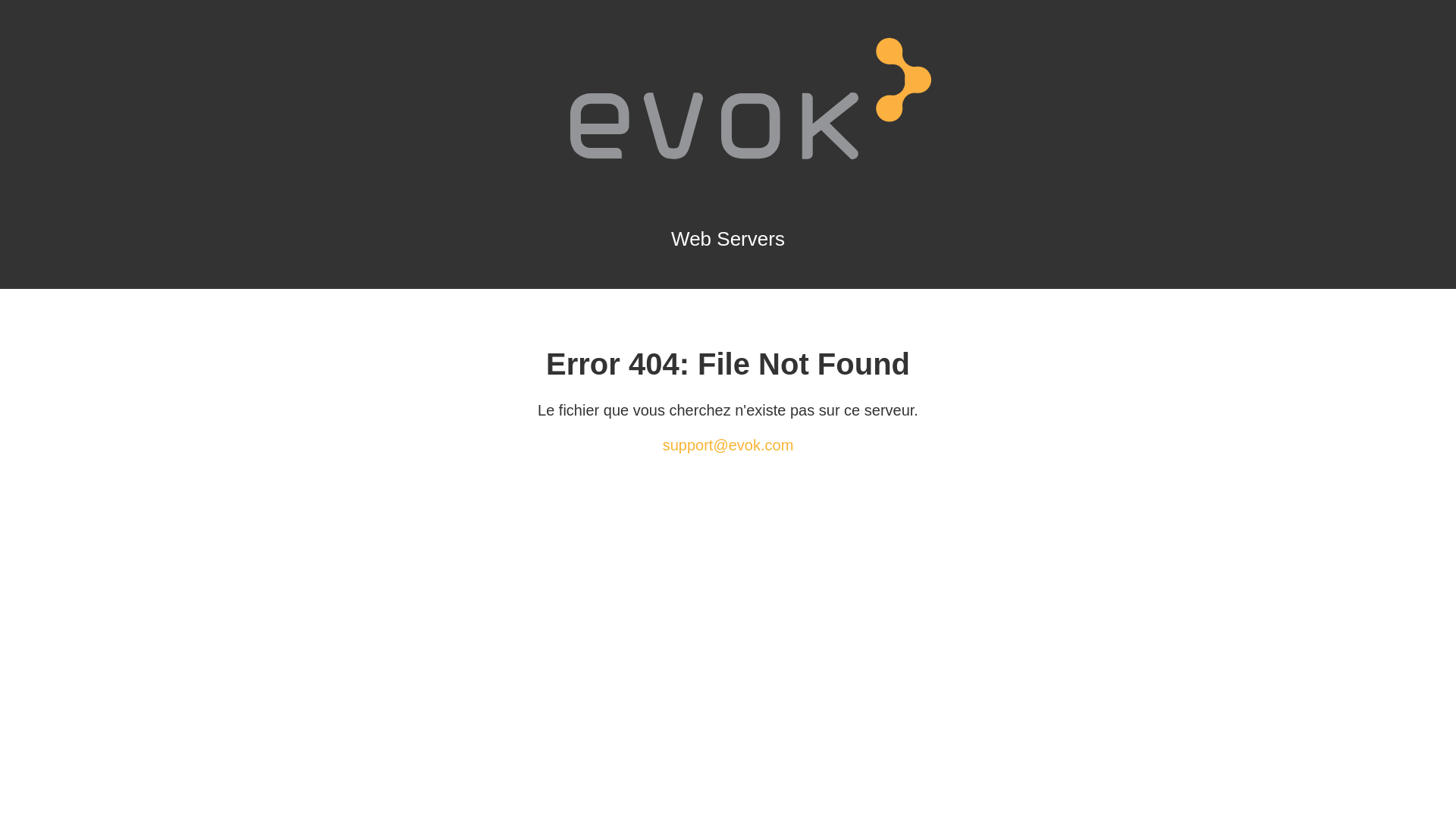 This screenshot has height=819, width=1456. What do you see at coordinates (728, 444) in the screenshot?
I see `'support@evok.com'` at bounding box center [728, 444].